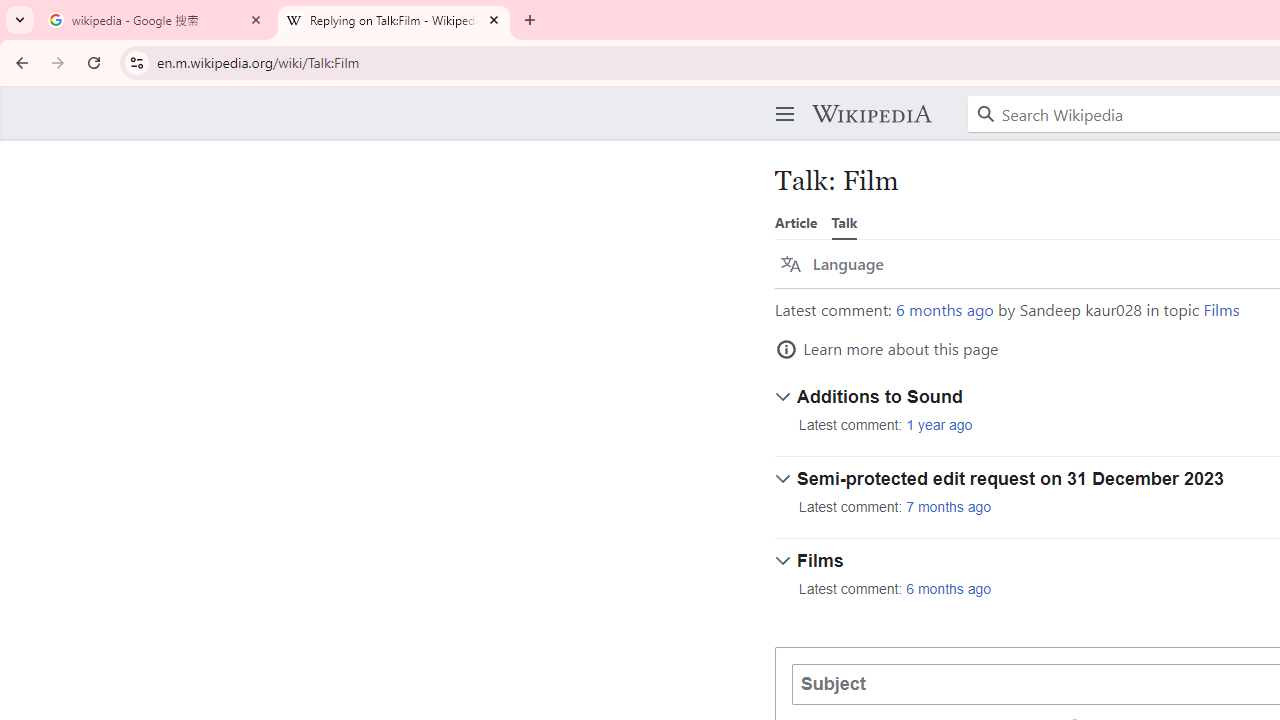 The image size is (1280, 720). What do you see at coordinates (795, 222) in the screenshot?
I see `'Article'` at bounding box center [795, 222].